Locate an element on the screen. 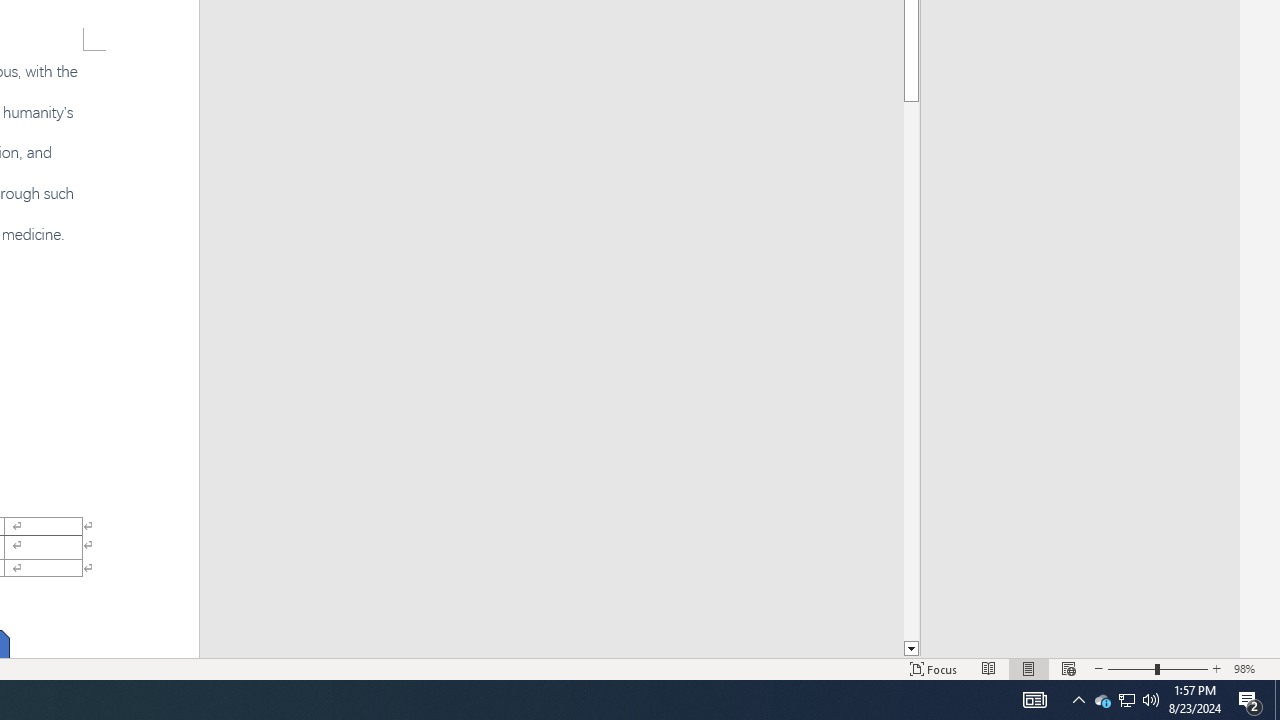 This screenshot has height=720, width=1280. 'Read Mode' is located at coordinates (988, 669).